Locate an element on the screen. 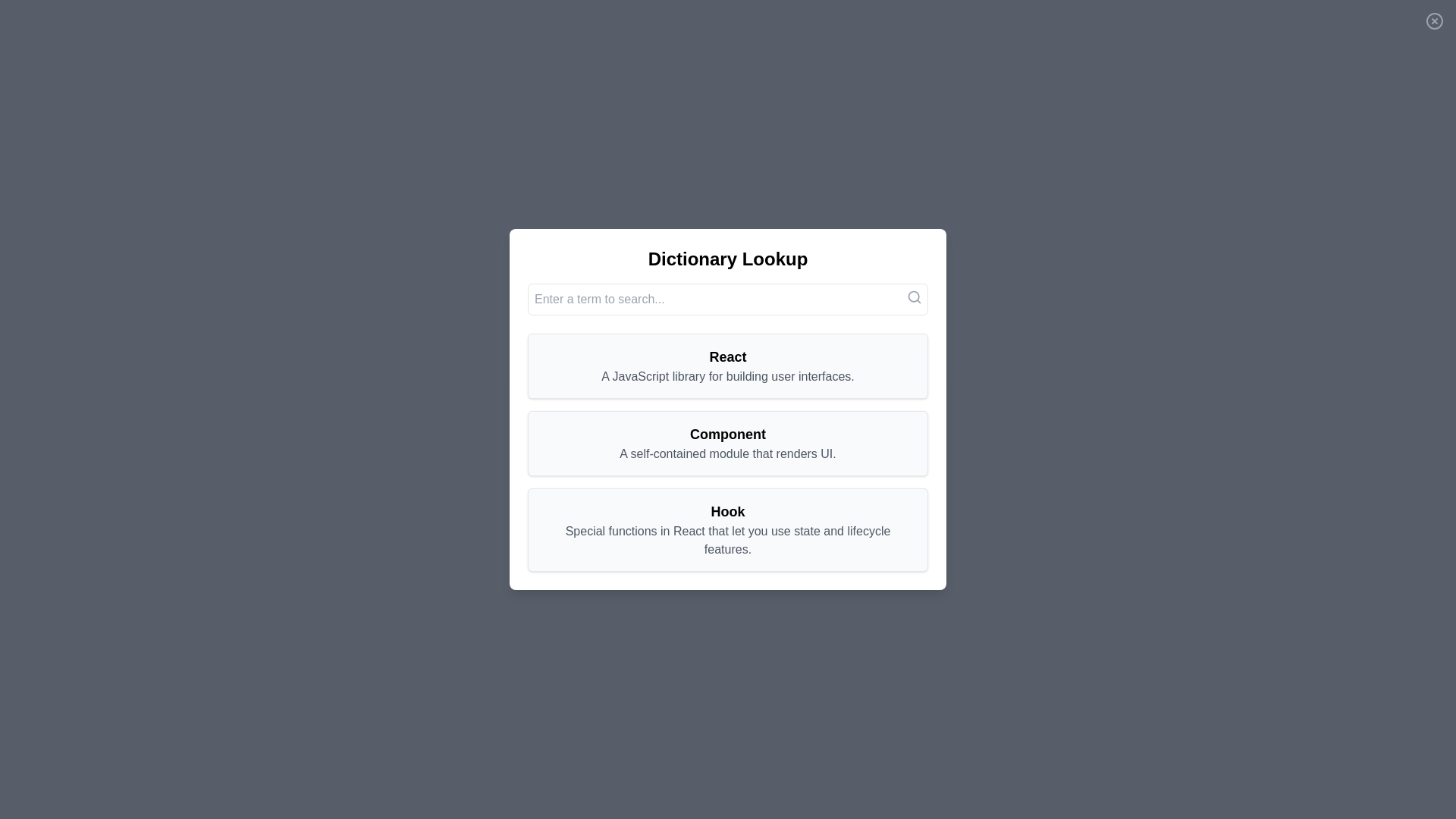 The width and height of the screenshot is (1456, 819). the close button to dismiss the dialog is located at coordinates (1433, 20).